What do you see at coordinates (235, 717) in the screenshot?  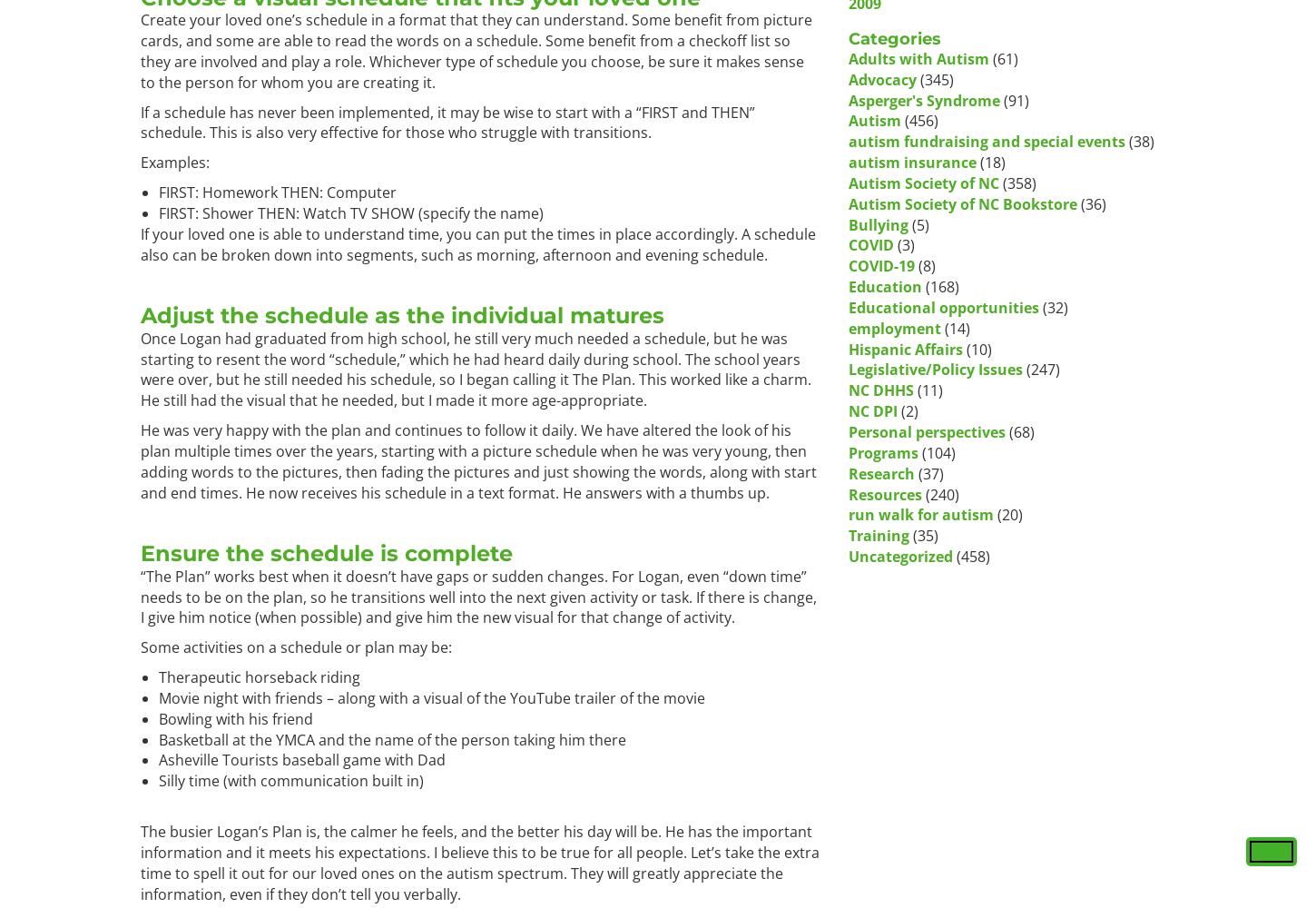 I see `'Bowling with his friend'` at bounding box center [235, 717].